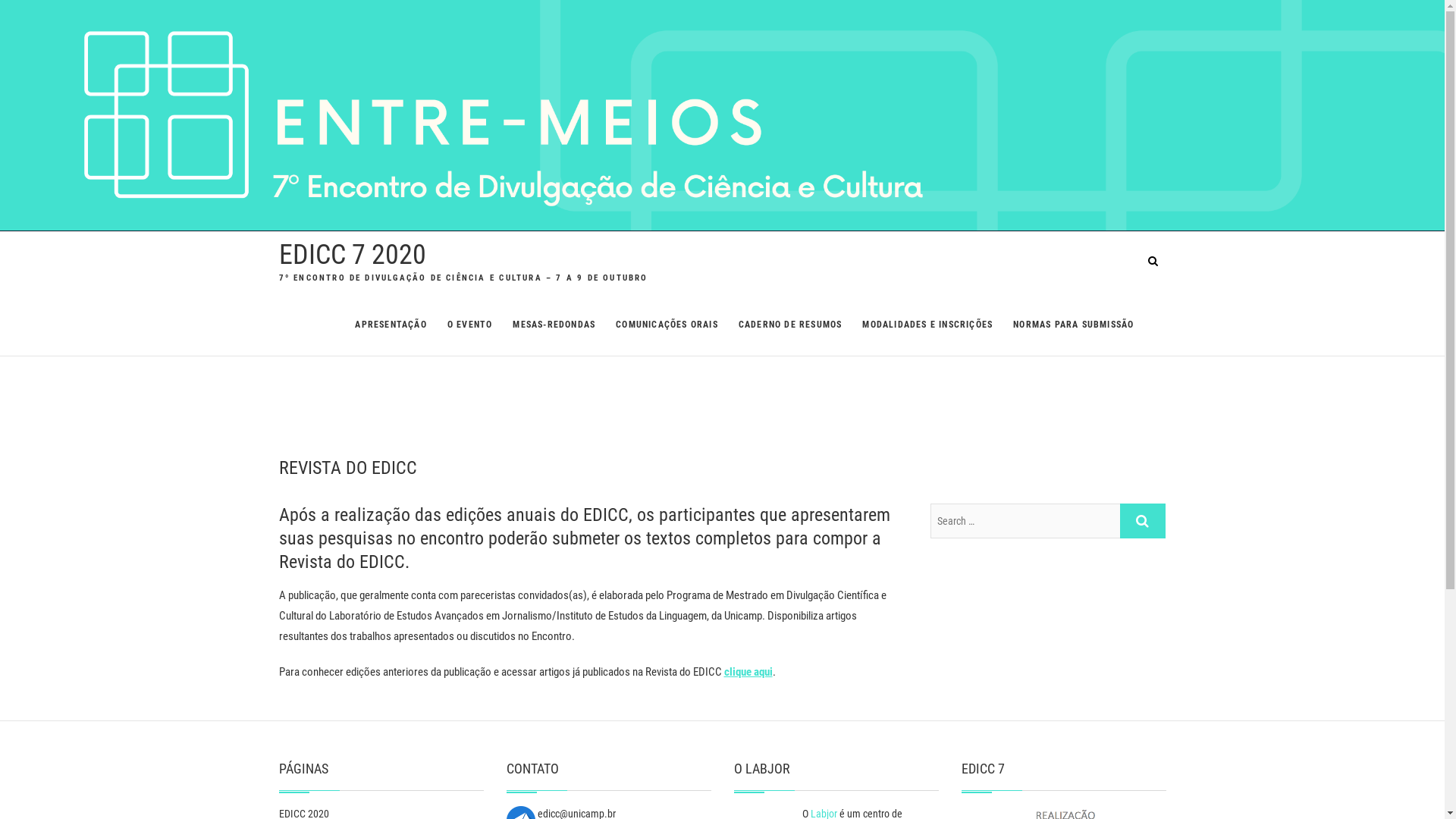  Describe the element at coordinates (789, 324) in the screenshot. I see `'CADERNO DE RESUMOS'` at that location.